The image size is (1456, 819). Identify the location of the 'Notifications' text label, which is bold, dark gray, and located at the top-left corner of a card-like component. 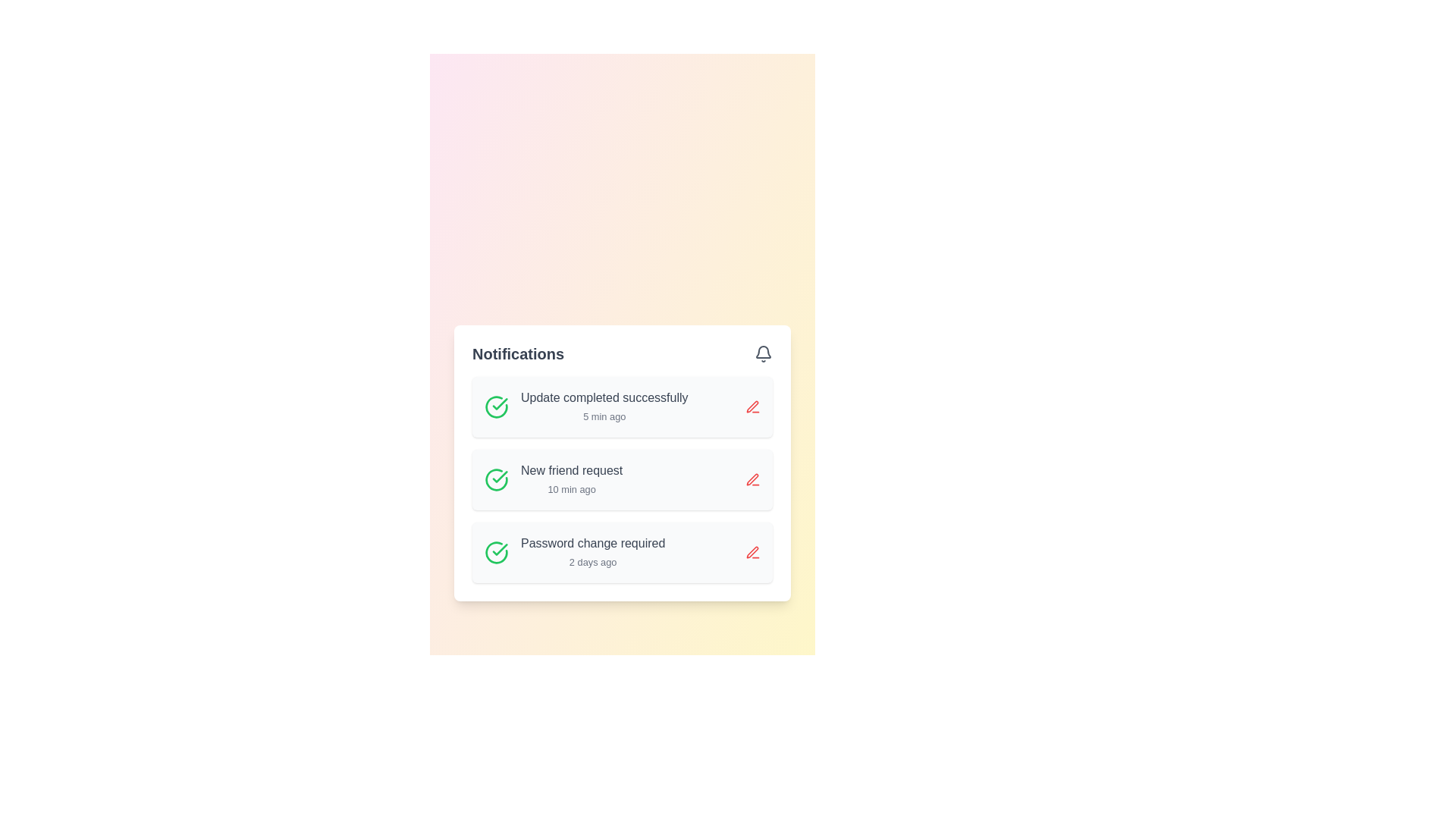
(518, 353).